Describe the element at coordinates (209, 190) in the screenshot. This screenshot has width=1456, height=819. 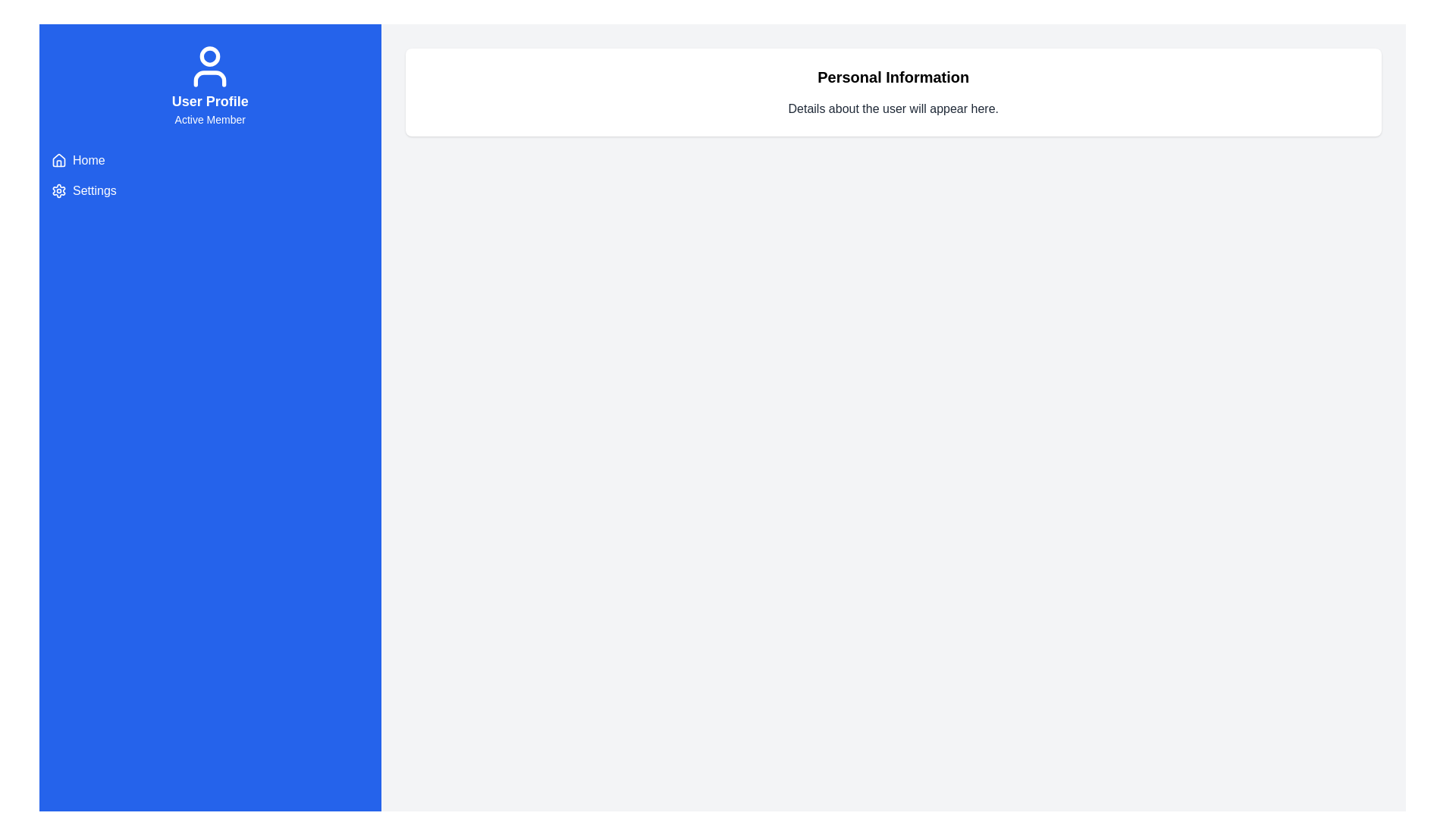
I see `the second menu item in the left sidebar, which navigates to the settings page` at that location.